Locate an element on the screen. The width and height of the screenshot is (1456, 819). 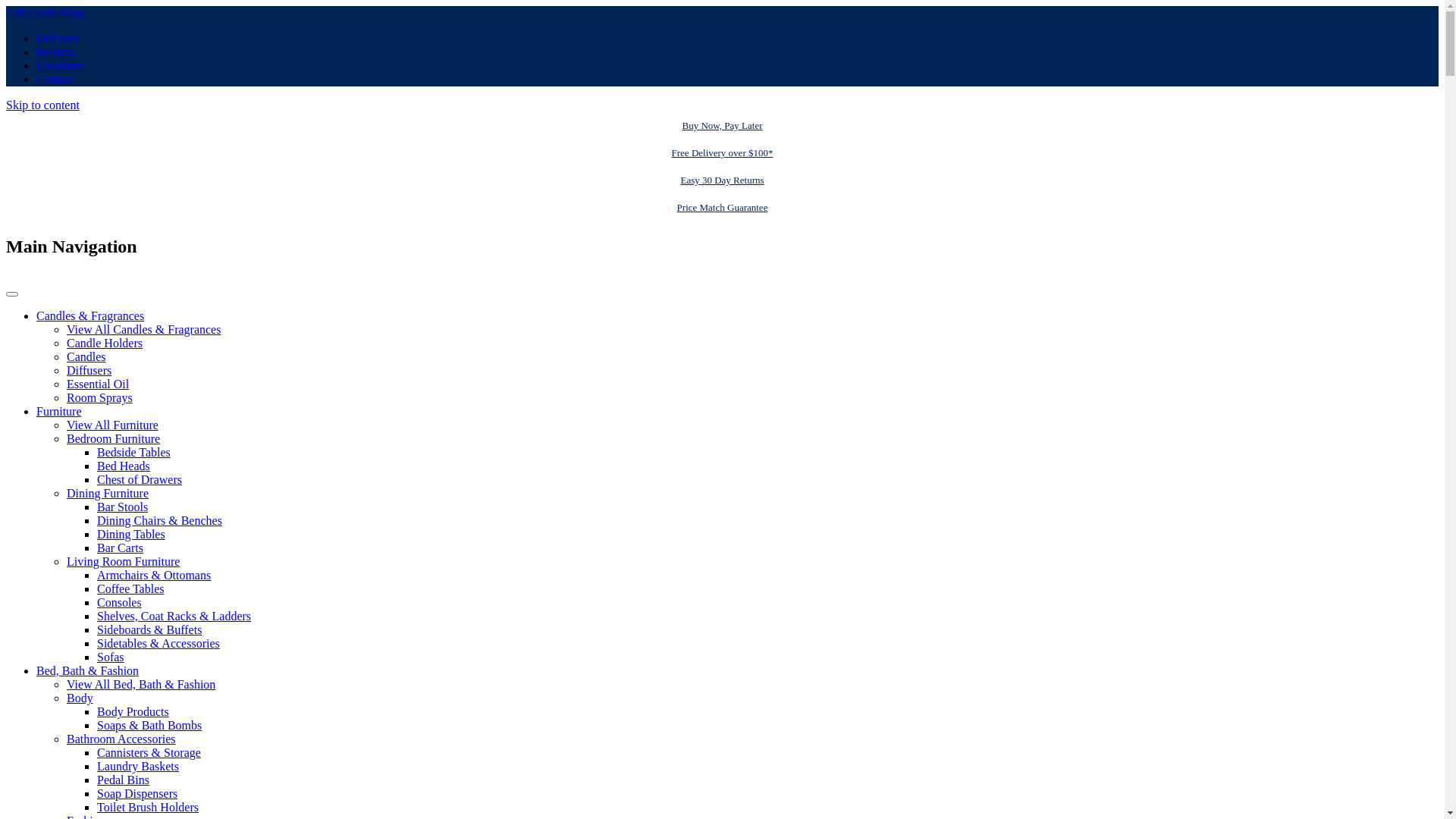
'Armchairs & Ottomans' is located at coordinates (153, 575).